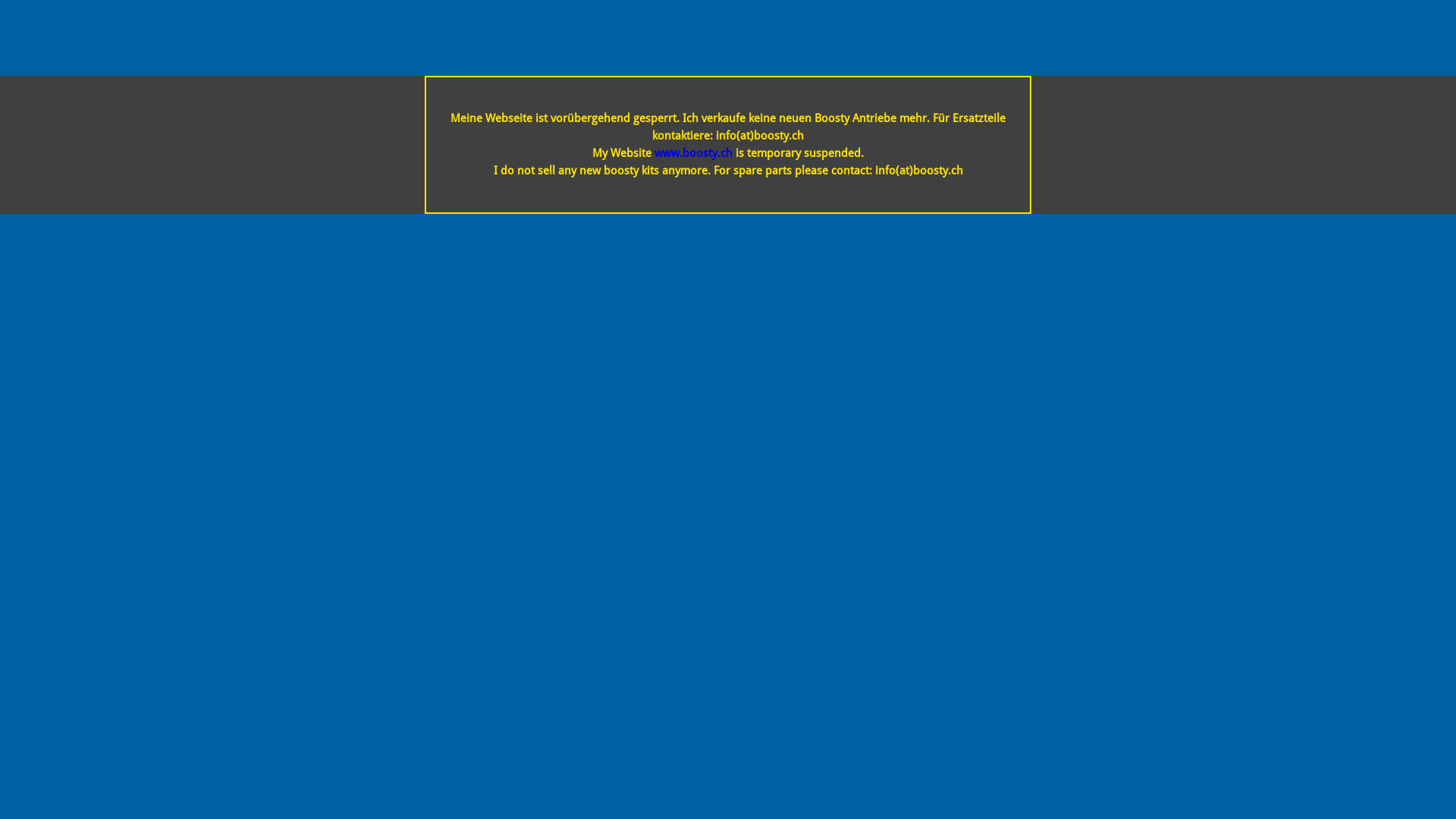 The width and height of the screenshot is (1456, 819). I want to click on 'www.boosty.ch', so click(692, 152).